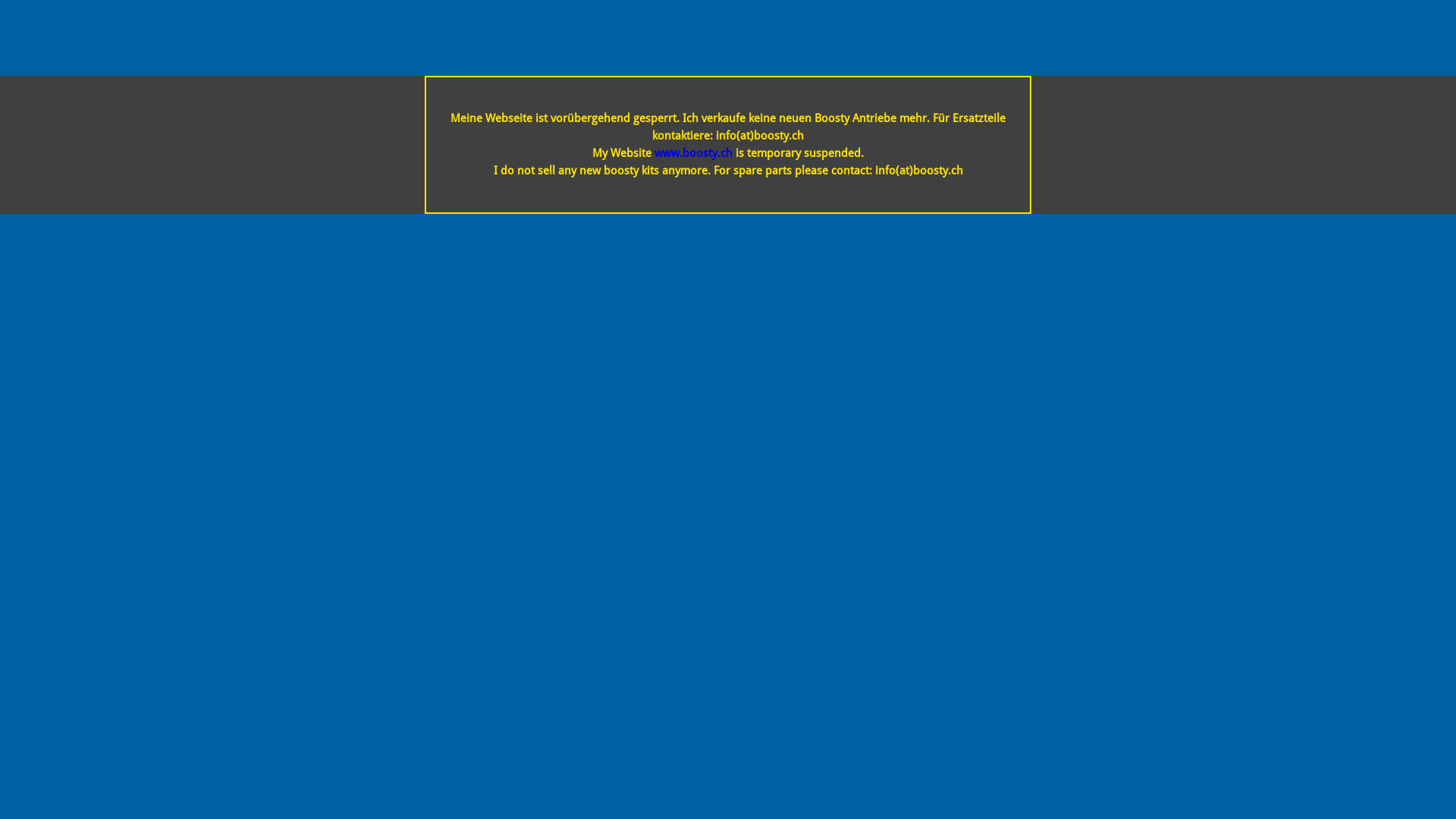 The width and height of the screenshot is (1456, 819). I want to click on 'www.boosty.ch', so click(692, 152).